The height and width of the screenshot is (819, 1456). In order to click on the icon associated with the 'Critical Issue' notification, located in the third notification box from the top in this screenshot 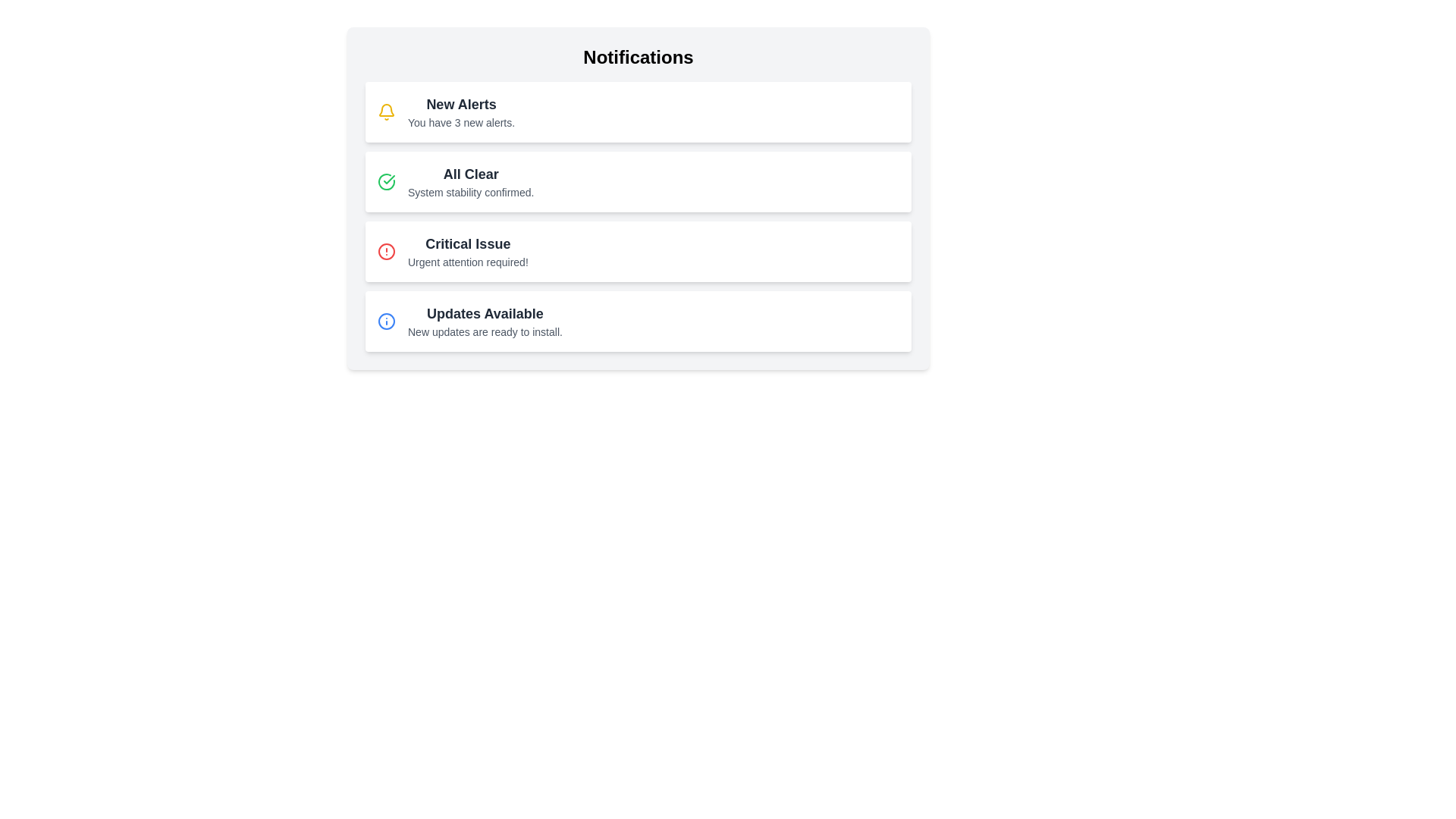, I will do `click(386, 250)`.